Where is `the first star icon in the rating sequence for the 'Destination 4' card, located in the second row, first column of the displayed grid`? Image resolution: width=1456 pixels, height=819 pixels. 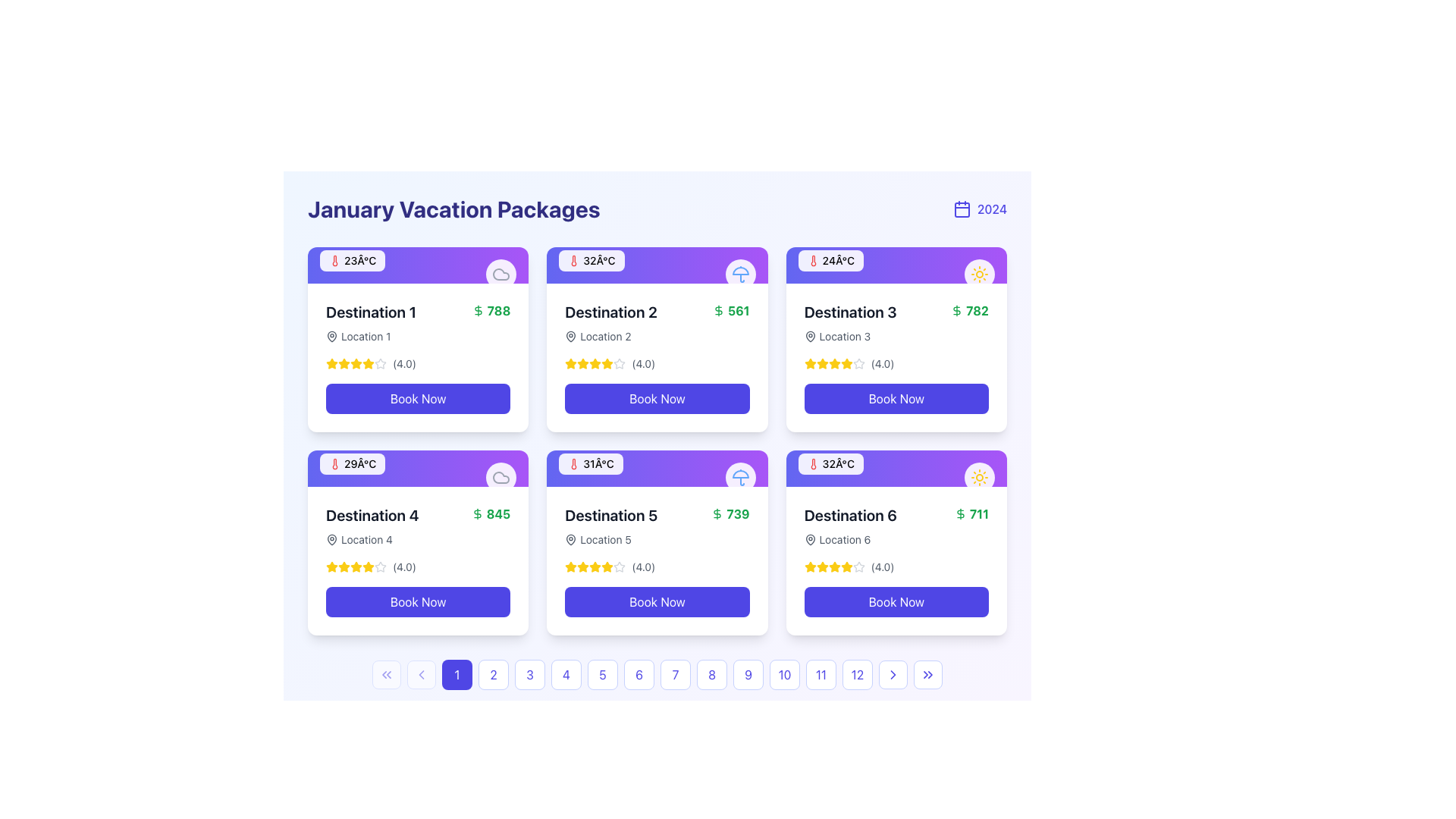
the first star icon in the rating sequence for the 'Destination 4' card, located in the second row, first column of the displayed grid is located at coordinates (331, 567).